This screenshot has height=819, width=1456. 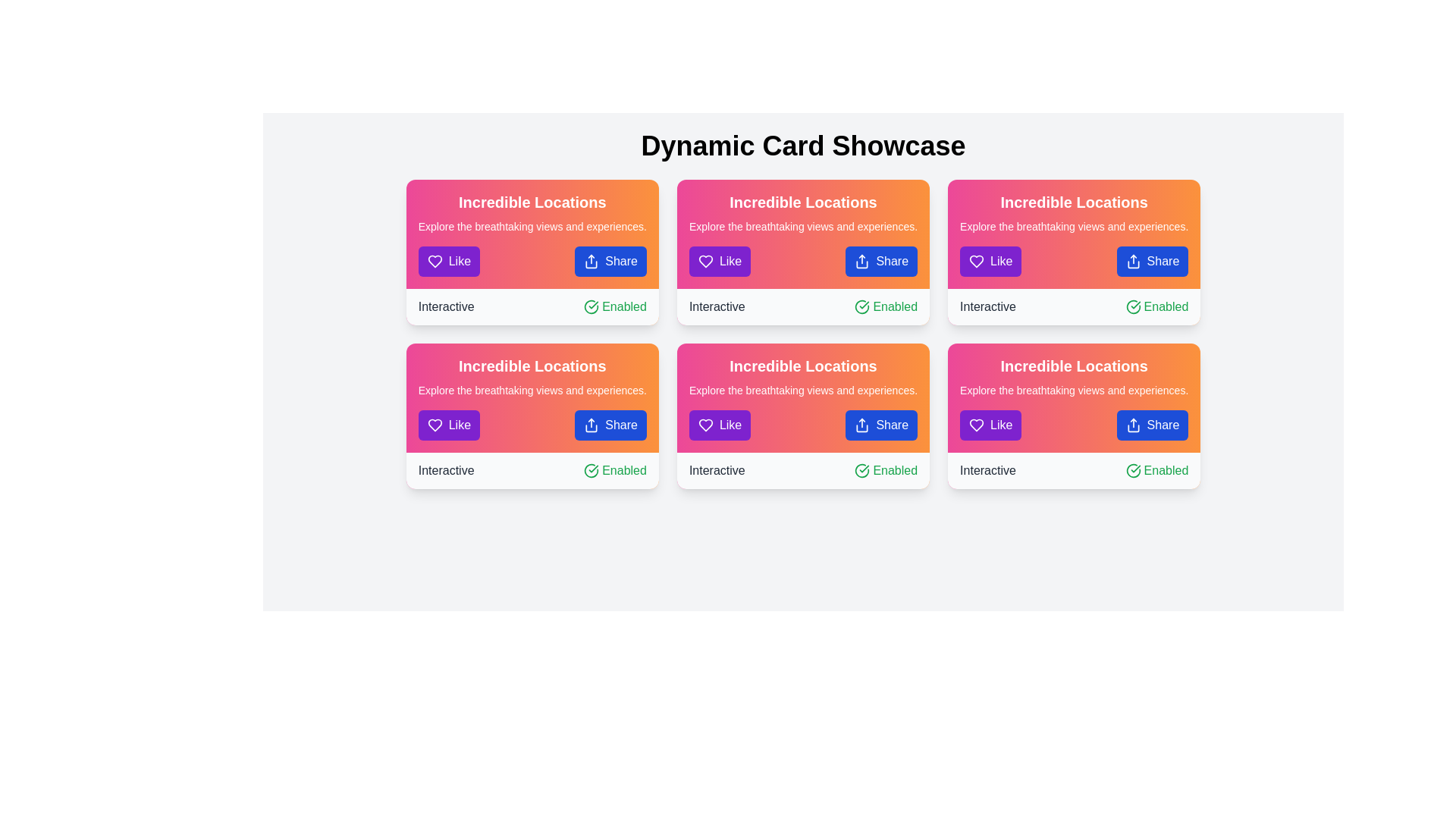 I want to click on the 'Share' button, which is a rectangular blue button with a white 'Share' text and an icon resembling a share symbol, positioned to the right of the 'Like' button at the bottom of a card, so click(x=881, y=260).